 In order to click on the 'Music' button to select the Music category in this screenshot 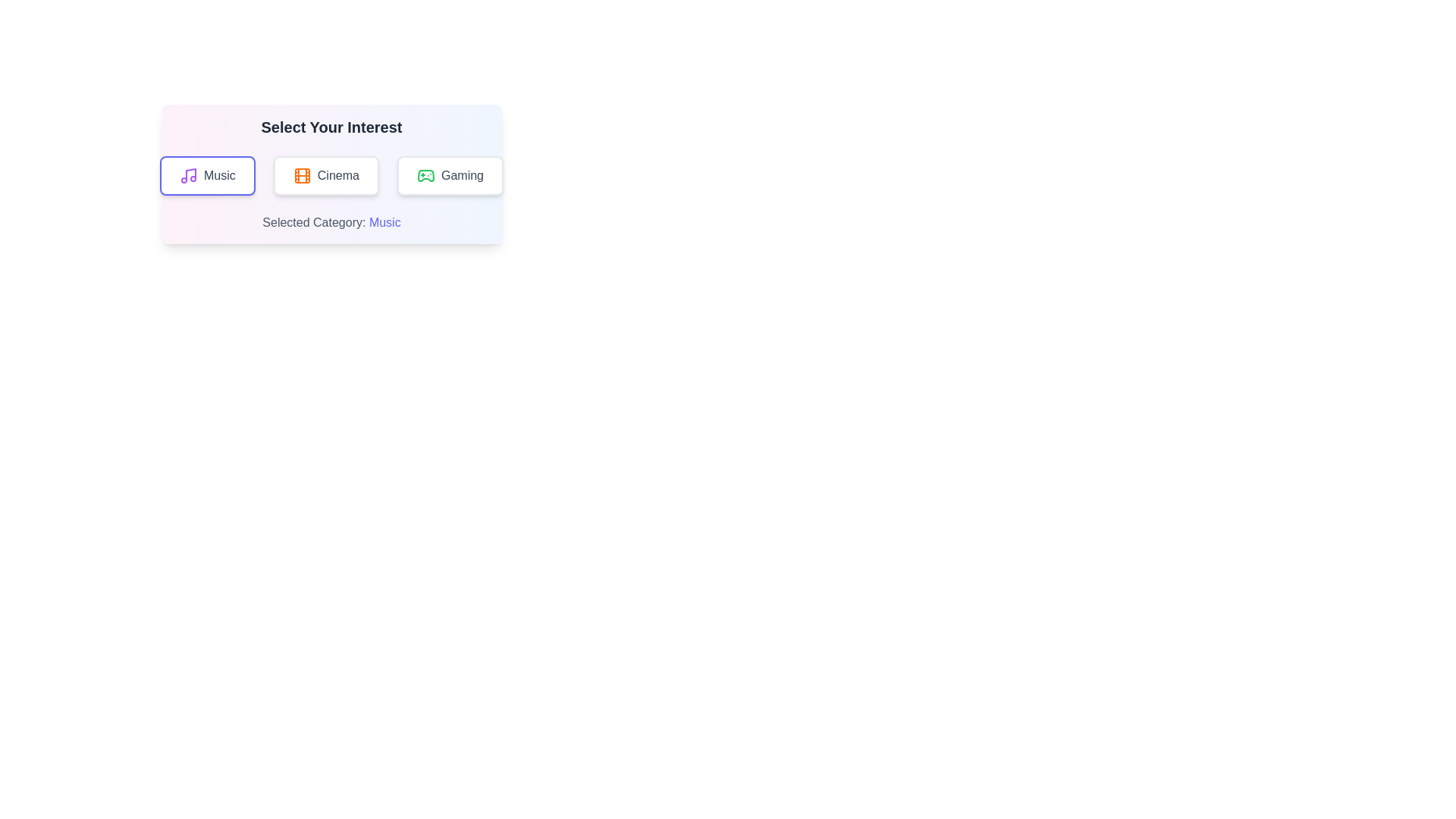, I will do `click(206, 174)`.